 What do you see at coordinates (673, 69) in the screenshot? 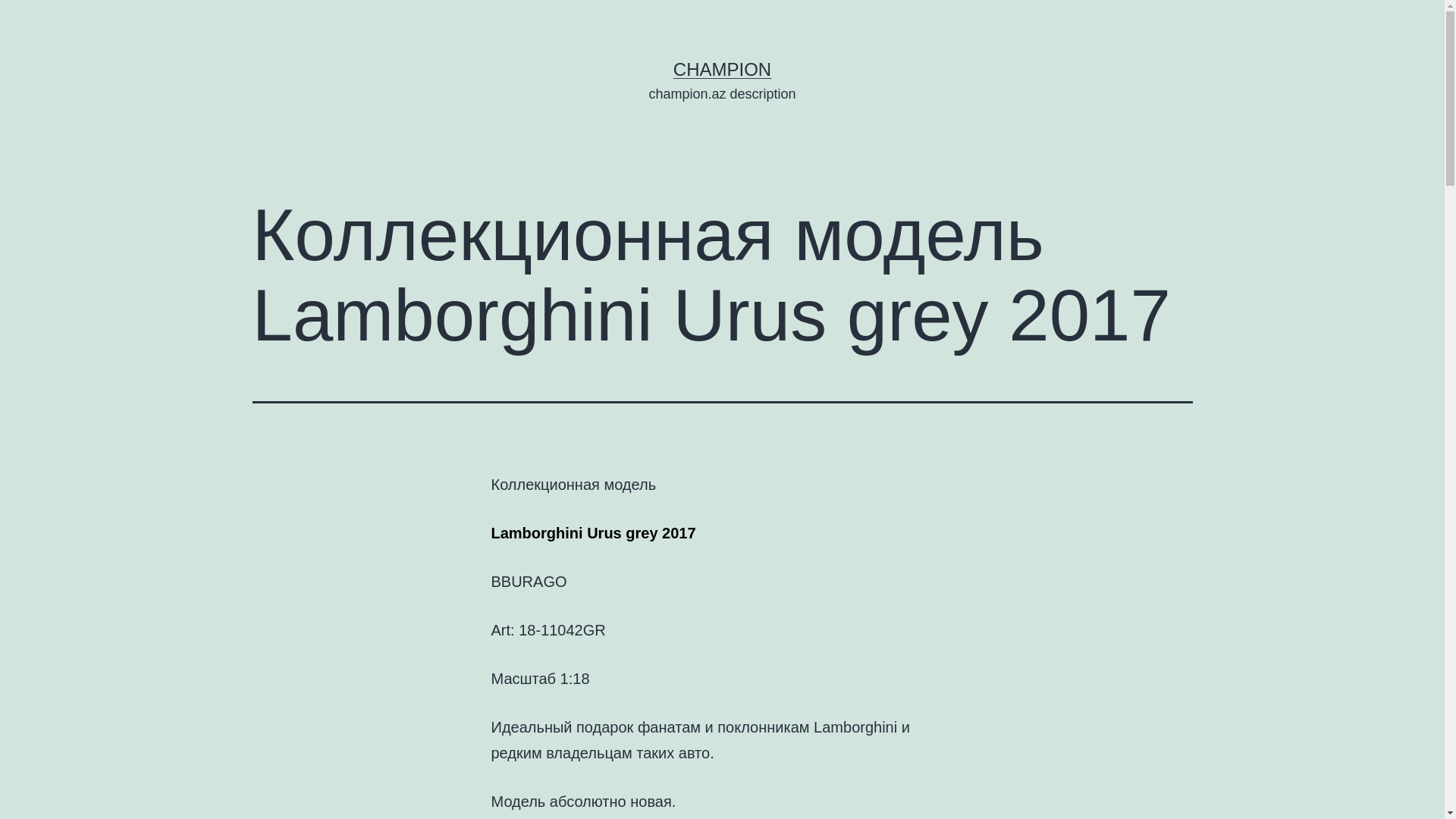
I see `'CHAMPION'` at bounding box center [673, 69].